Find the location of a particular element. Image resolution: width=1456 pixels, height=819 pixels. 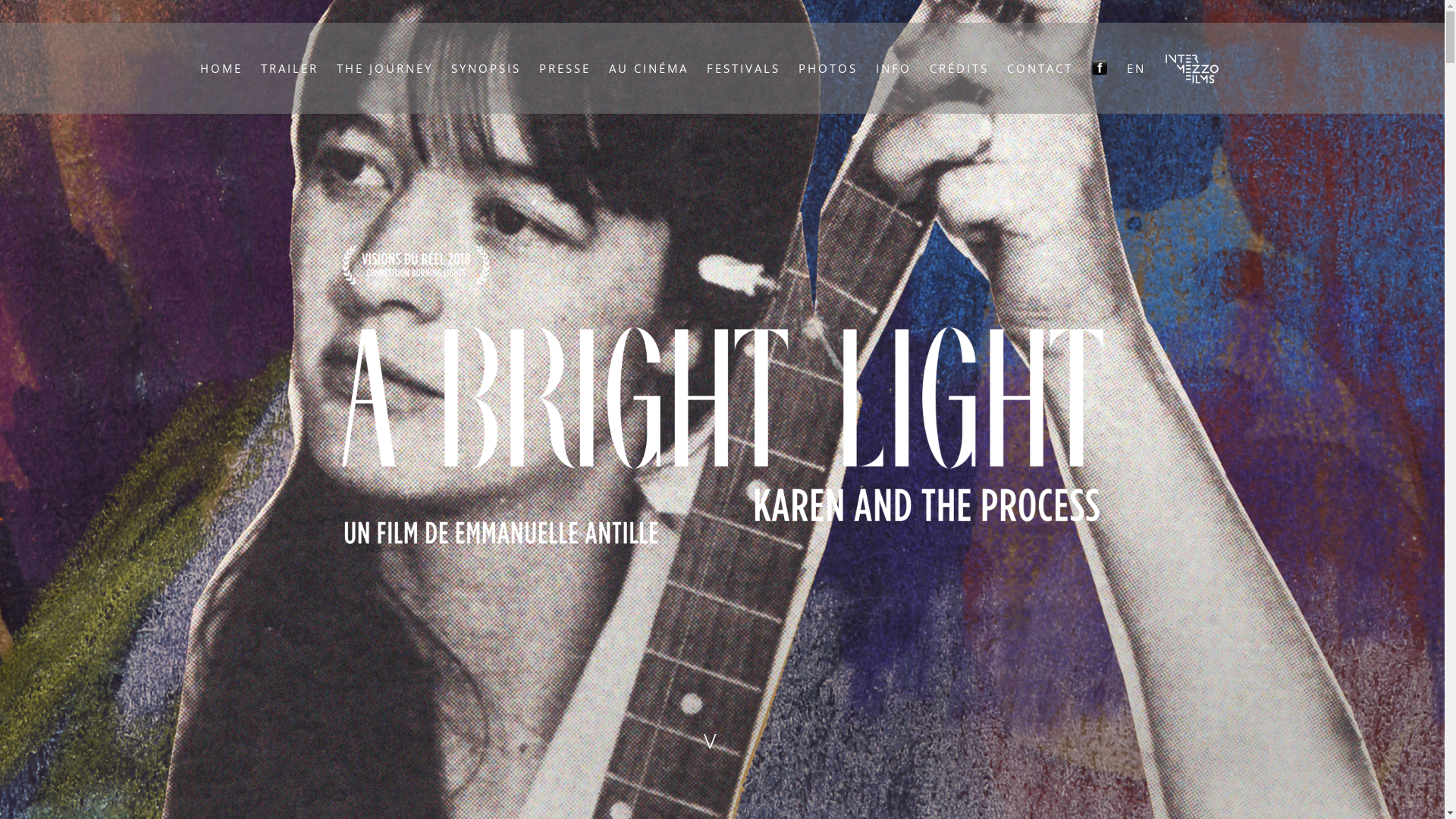

'v' is located at coordinates (722, 738).